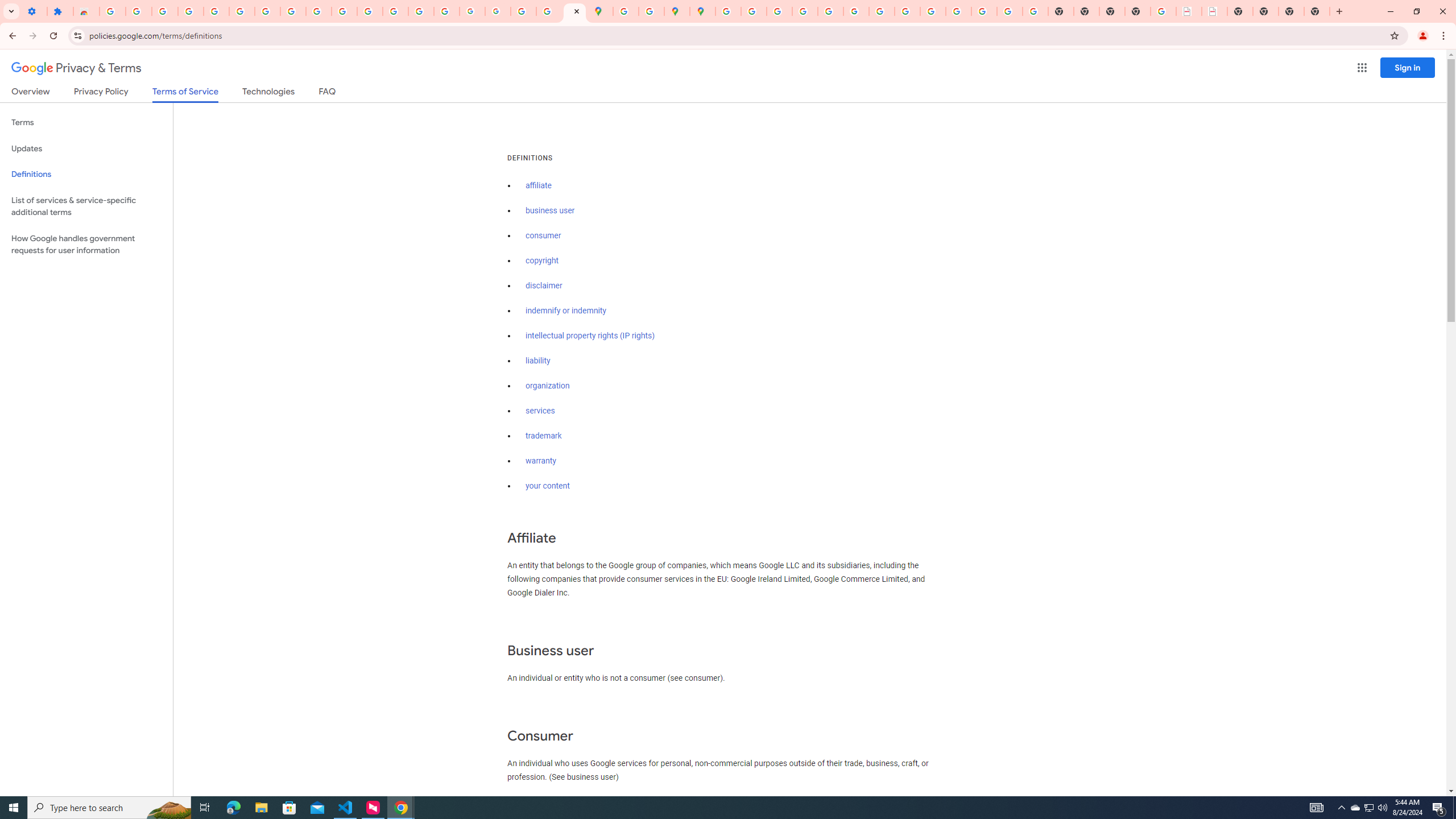 The width and height of the screenshot is (1456, 819). What do you see at coordinates (804, 11) in the screenshot?
I see `'Privacy Help Center - Policies Help'` at bounding box center [804, 11].